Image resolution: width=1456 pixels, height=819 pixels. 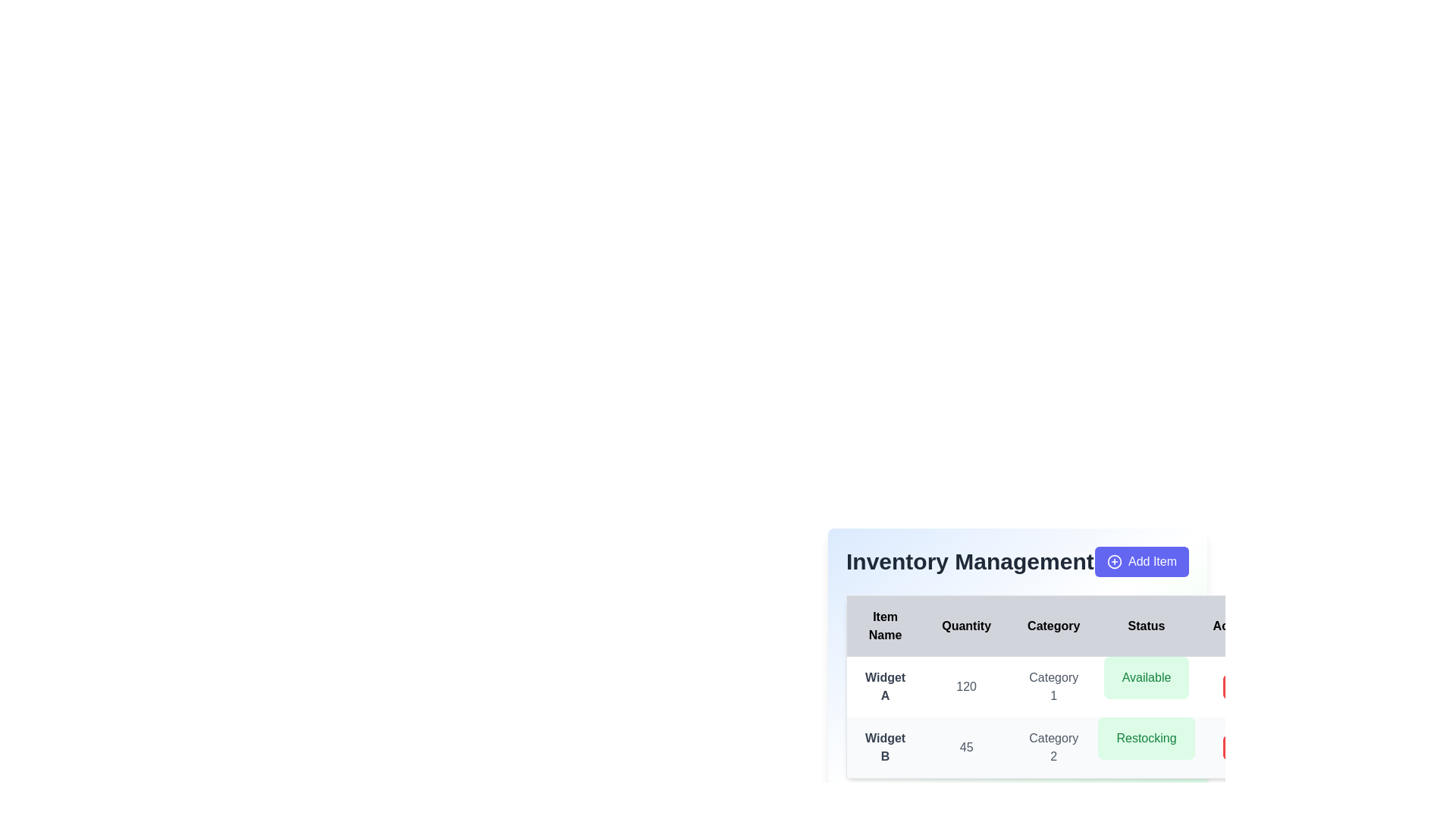 What do you see at coordinates (1060, 687) in the screenshot?
I see `category information displayed for 'Widget A' in the inventory table, specifically under the 'Category' column located at the coordinates provided` at bounding box center [1060, 687].